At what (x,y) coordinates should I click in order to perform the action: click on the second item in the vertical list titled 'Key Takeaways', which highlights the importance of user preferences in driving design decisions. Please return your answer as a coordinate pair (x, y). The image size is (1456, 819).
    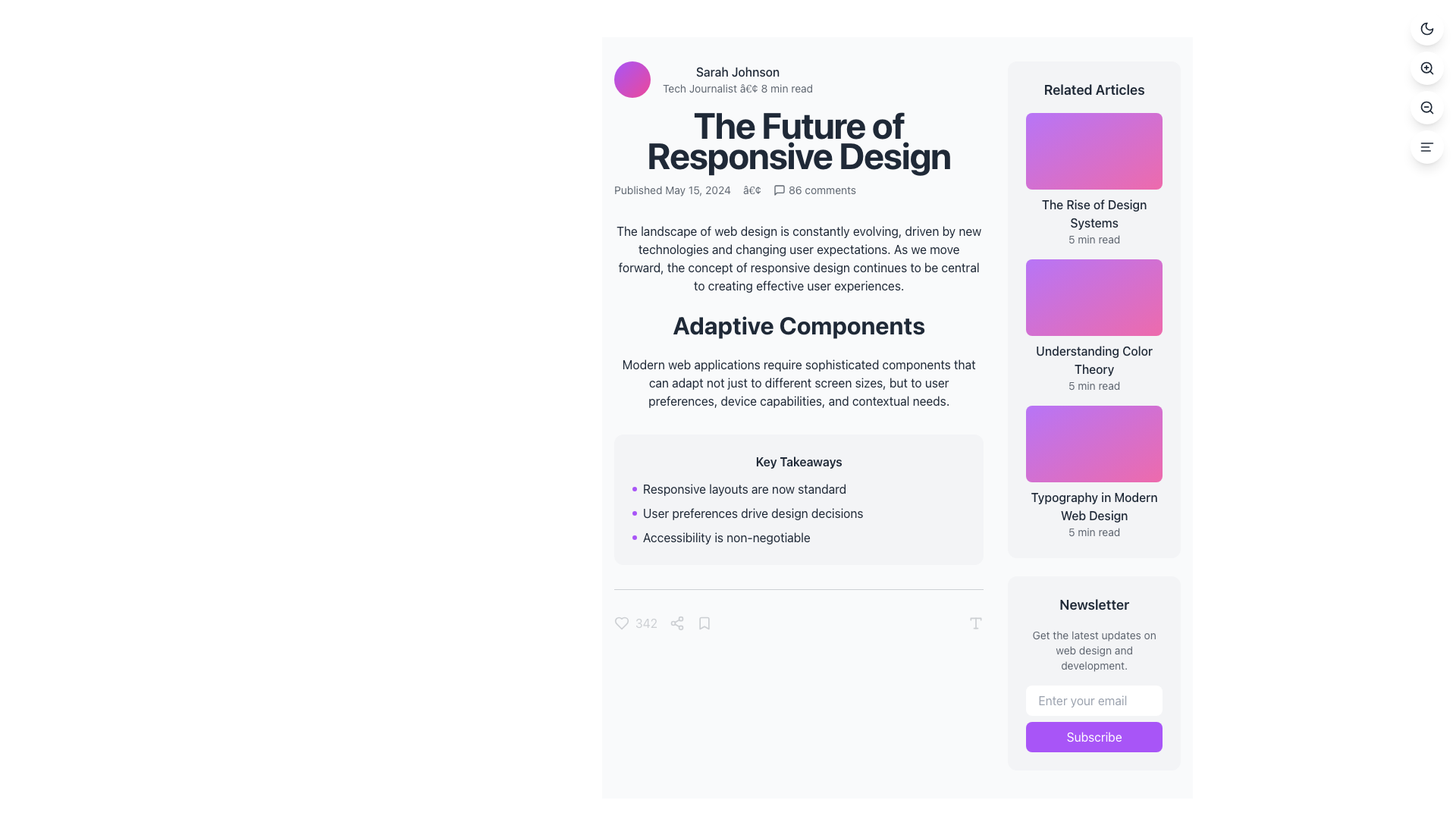
    Looking at the image, I should click on (798, 513).